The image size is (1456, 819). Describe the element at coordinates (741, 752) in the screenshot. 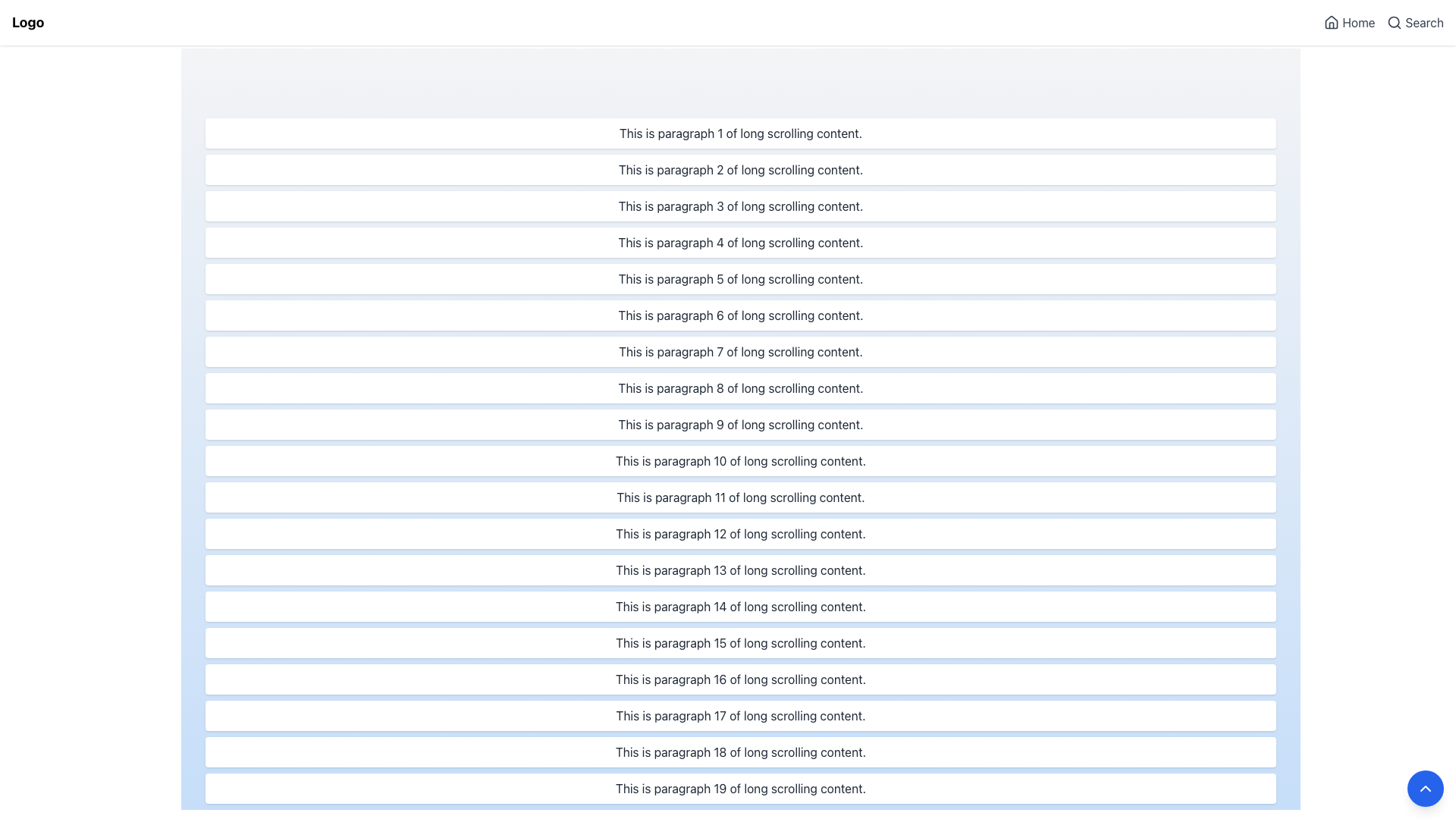

I see `the text block element that displays 'This is paragraph 18 of long scrolling content.', located between paragraphs 17 and 19` at that location.